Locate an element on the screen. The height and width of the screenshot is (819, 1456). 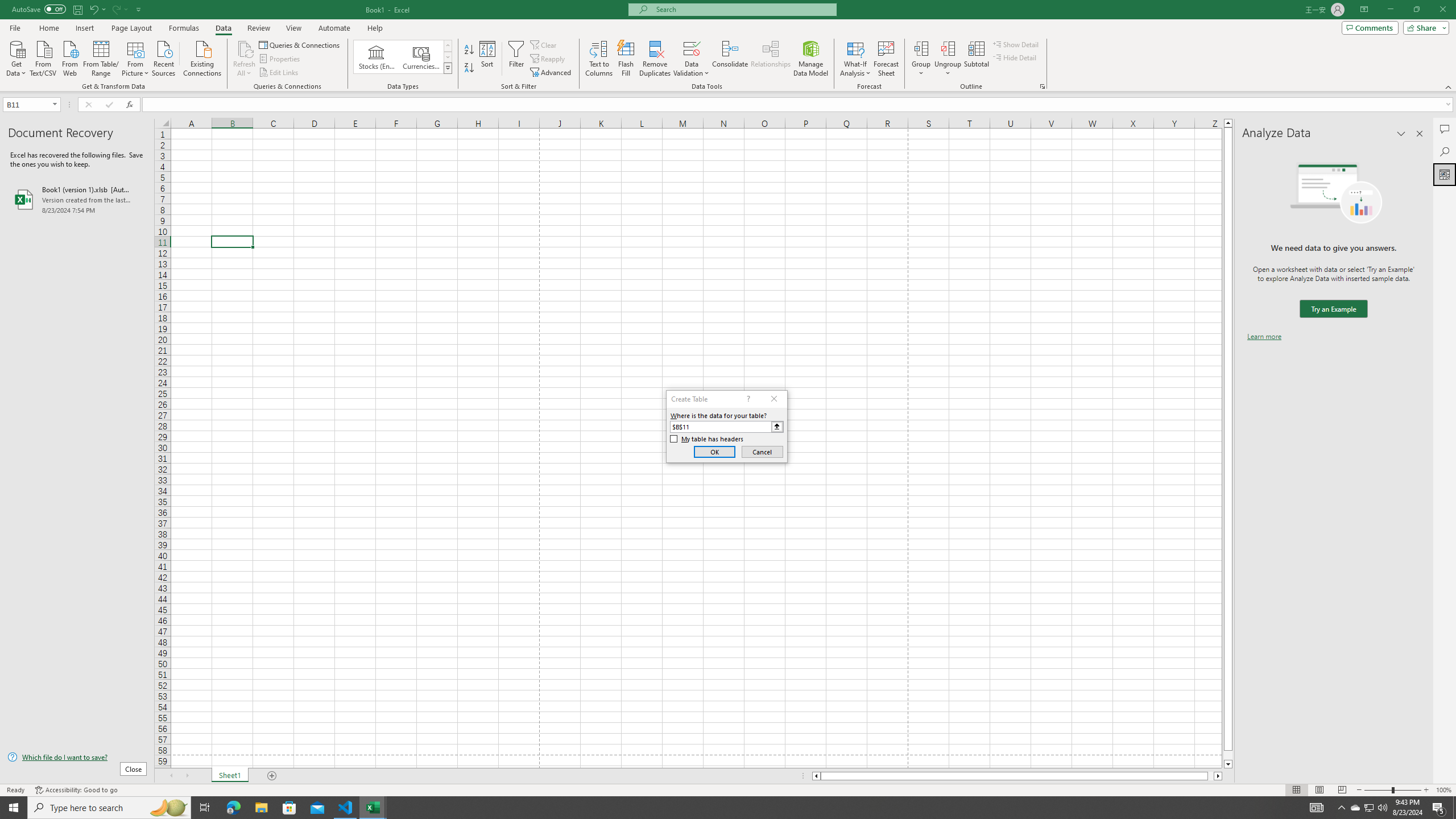
'Stocks (English)' is located at coordinates (375, 56).